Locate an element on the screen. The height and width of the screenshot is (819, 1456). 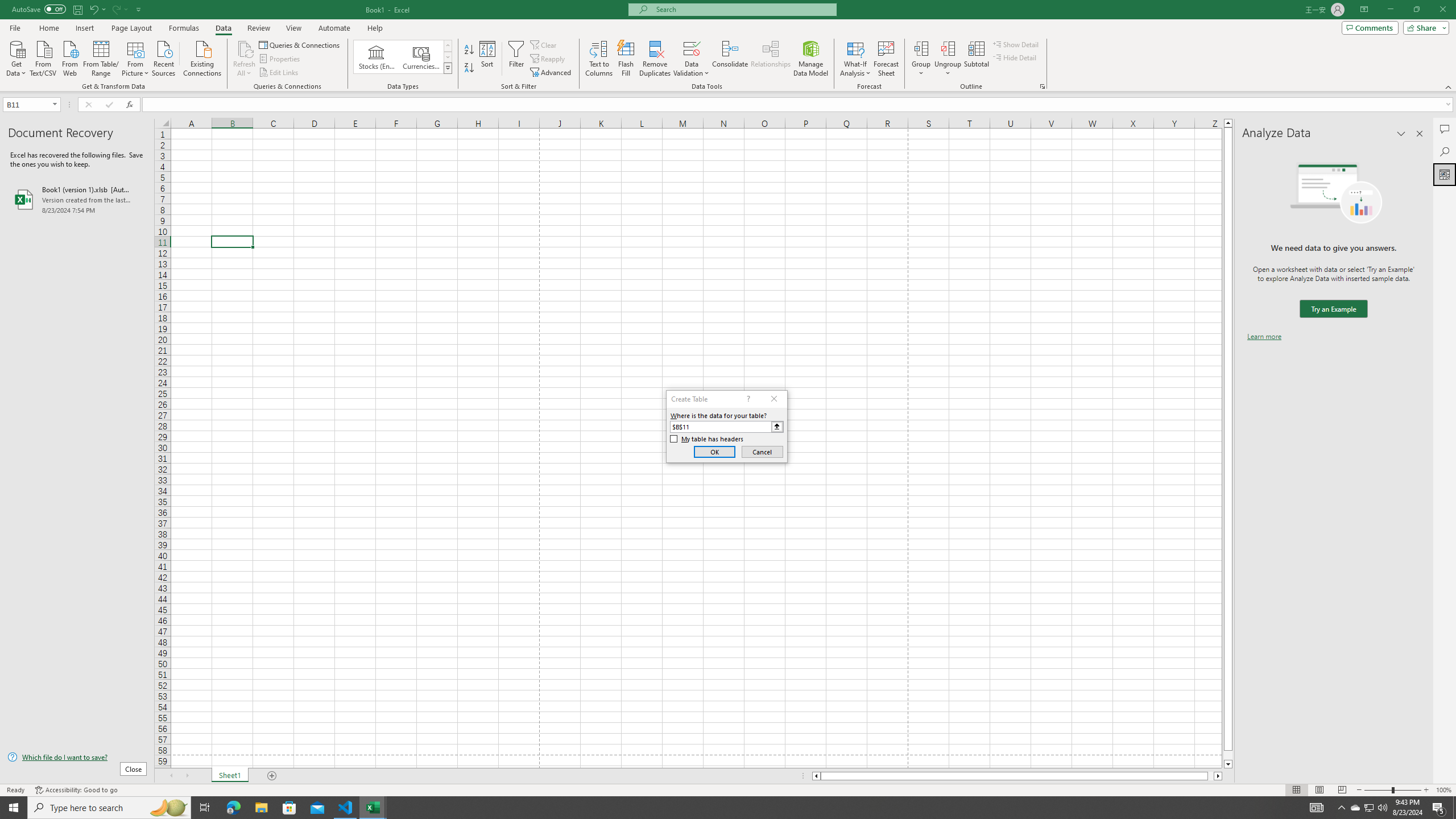
'Stocks (English)' is located at coordinates (375, 56).